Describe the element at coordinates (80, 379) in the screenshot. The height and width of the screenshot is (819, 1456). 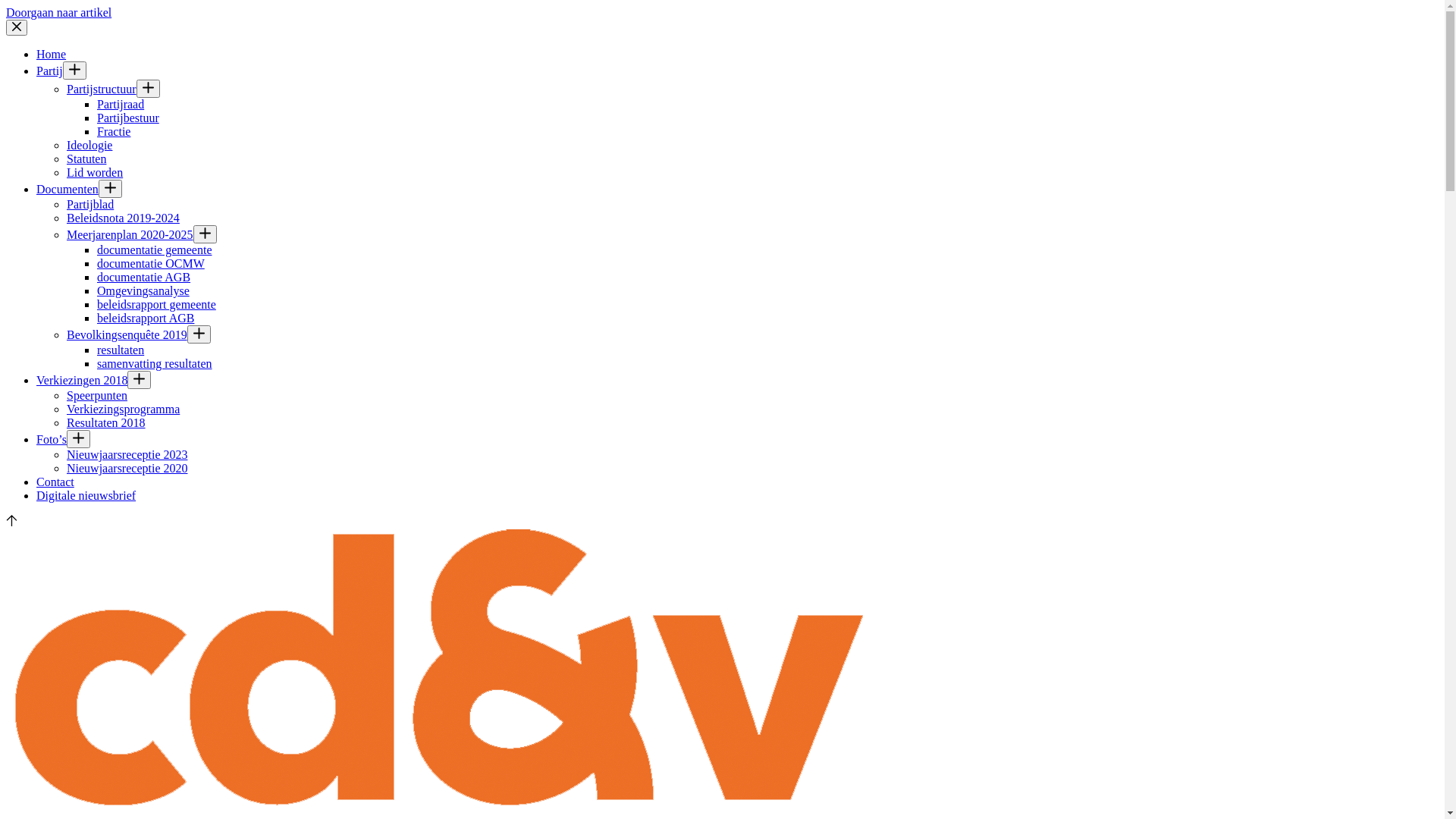
I see `'Verkiezingen 2018'` at that location.